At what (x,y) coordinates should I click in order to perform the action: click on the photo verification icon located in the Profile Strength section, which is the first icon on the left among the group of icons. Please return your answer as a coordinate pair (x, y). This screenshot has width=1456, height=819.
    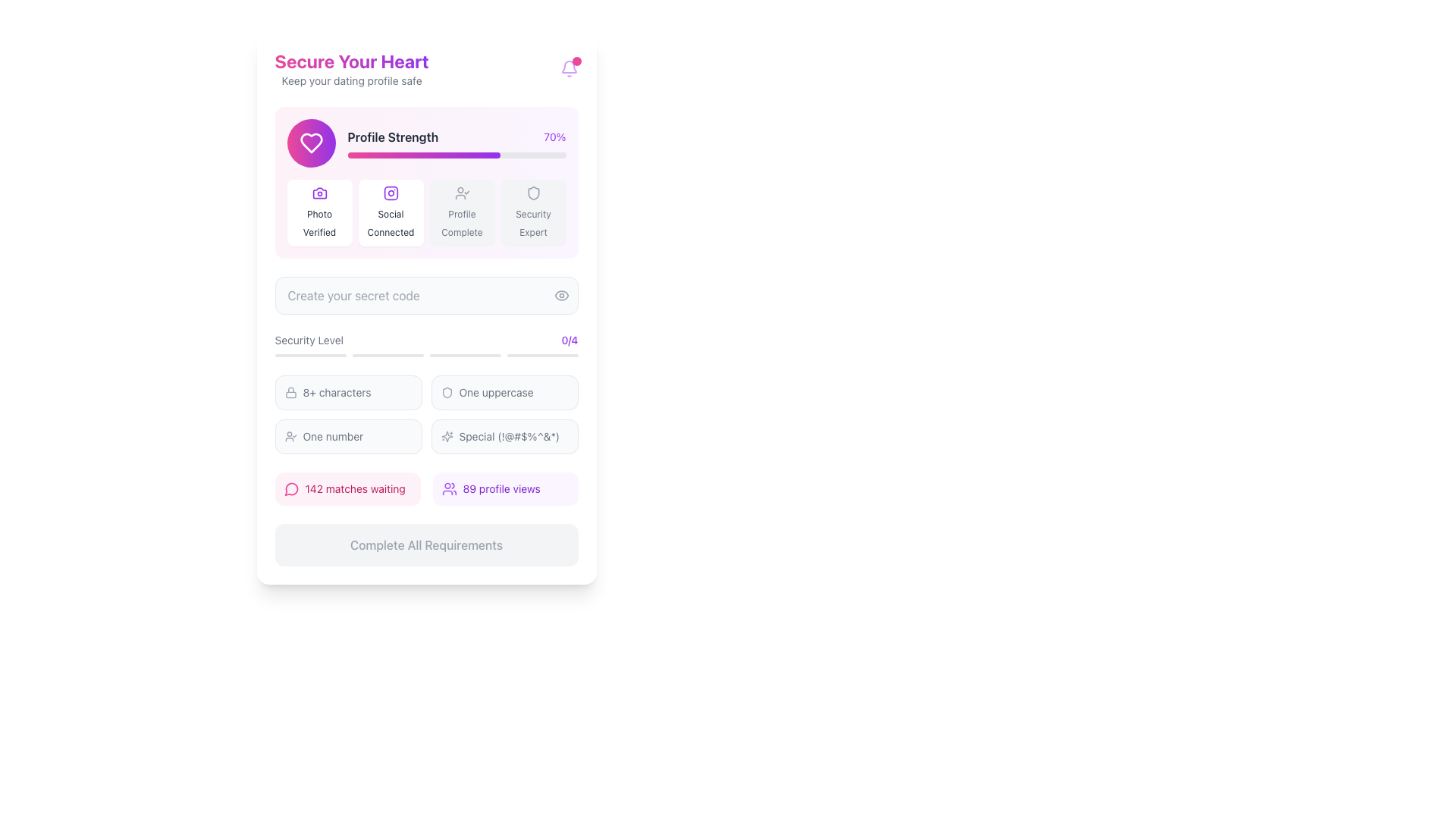
    Looking at the image, I should click on (318, 192).